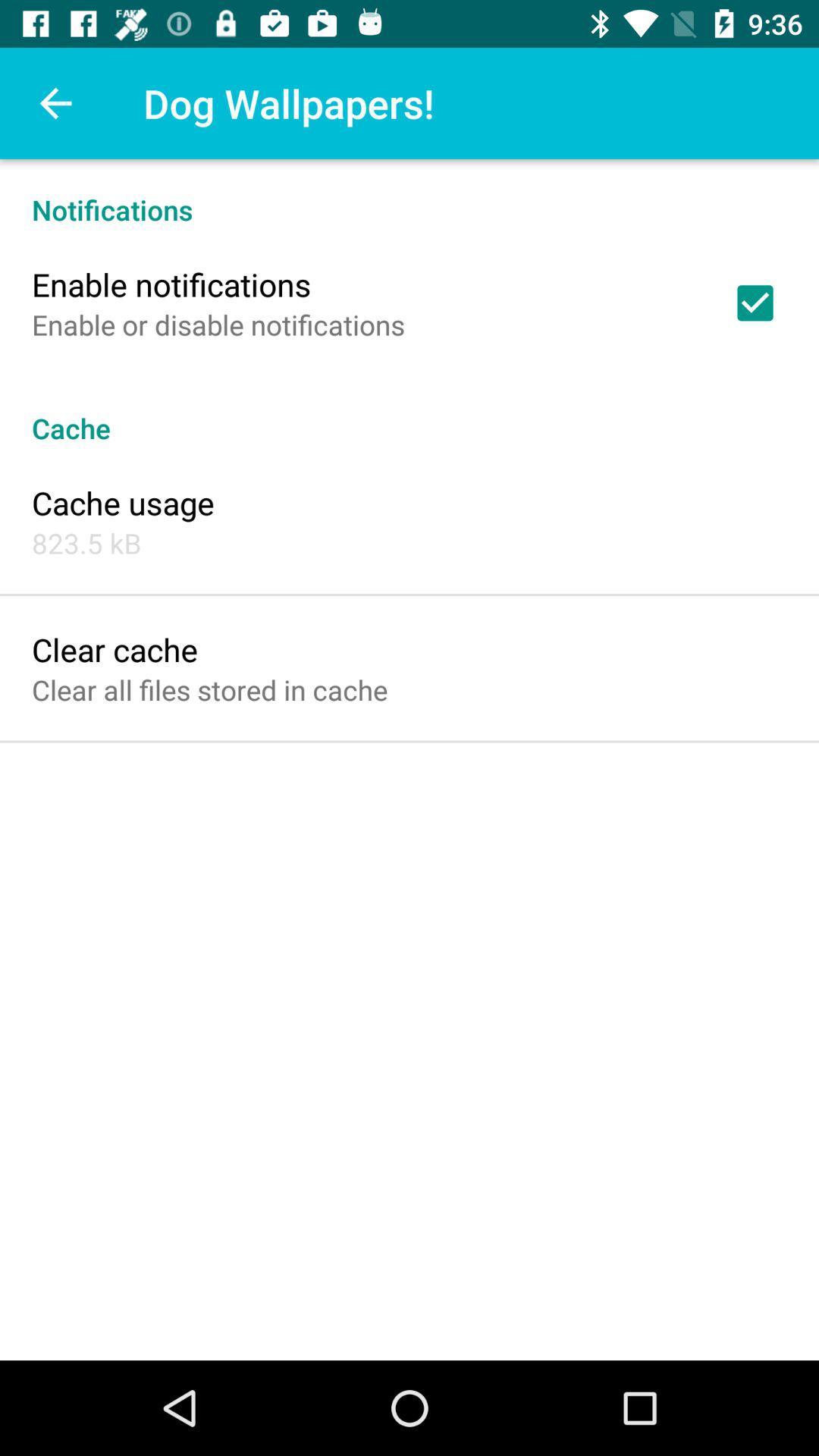 Image resolution: width=819 pixels, height=1456 pixels. I want to click on the item to the left of dog wallpapers!, so click(55, 102).